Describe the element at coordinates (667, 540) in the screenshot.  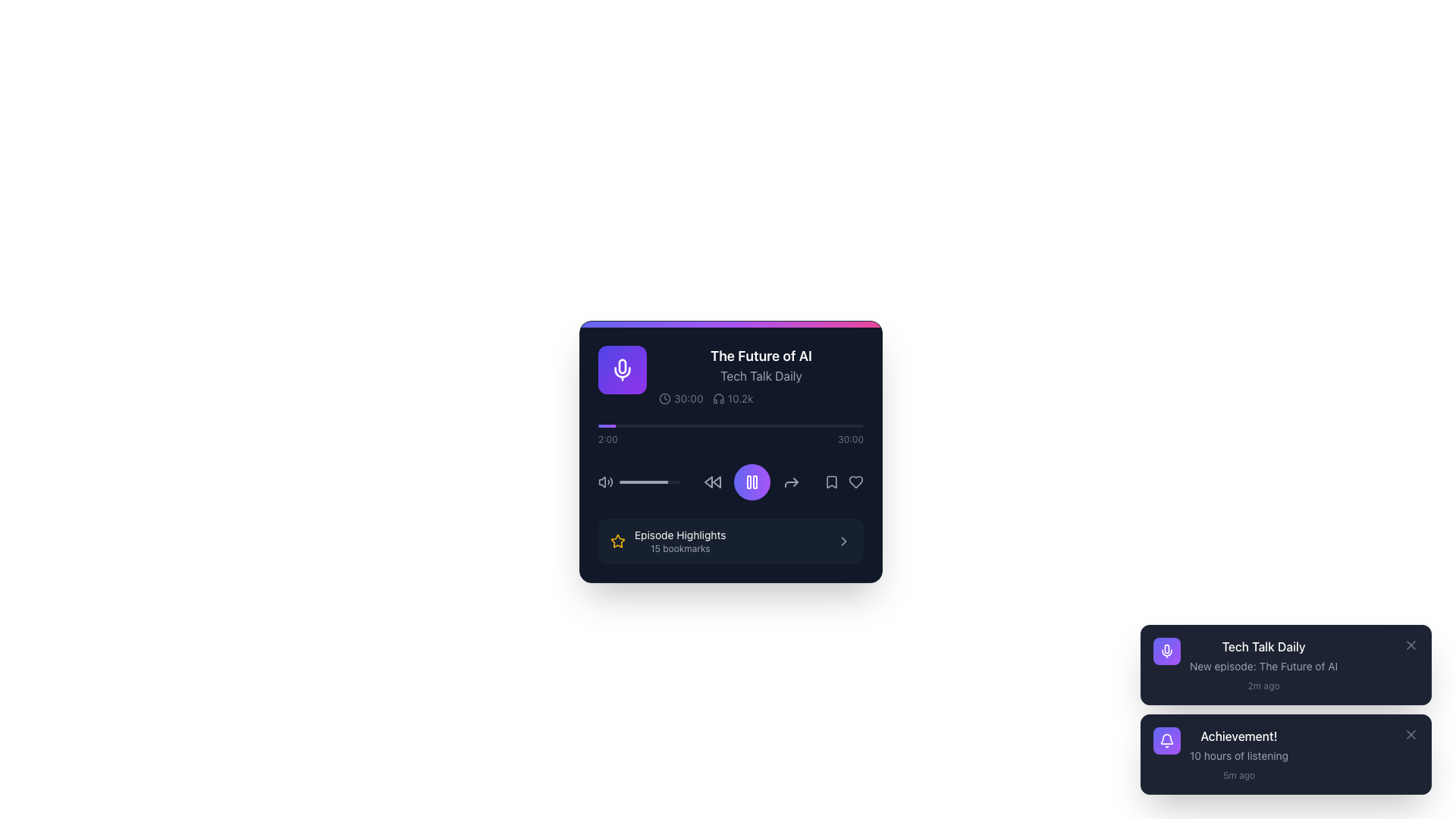
I see `the 'Episode Highlights' text label with the yellow star icon` at that location.